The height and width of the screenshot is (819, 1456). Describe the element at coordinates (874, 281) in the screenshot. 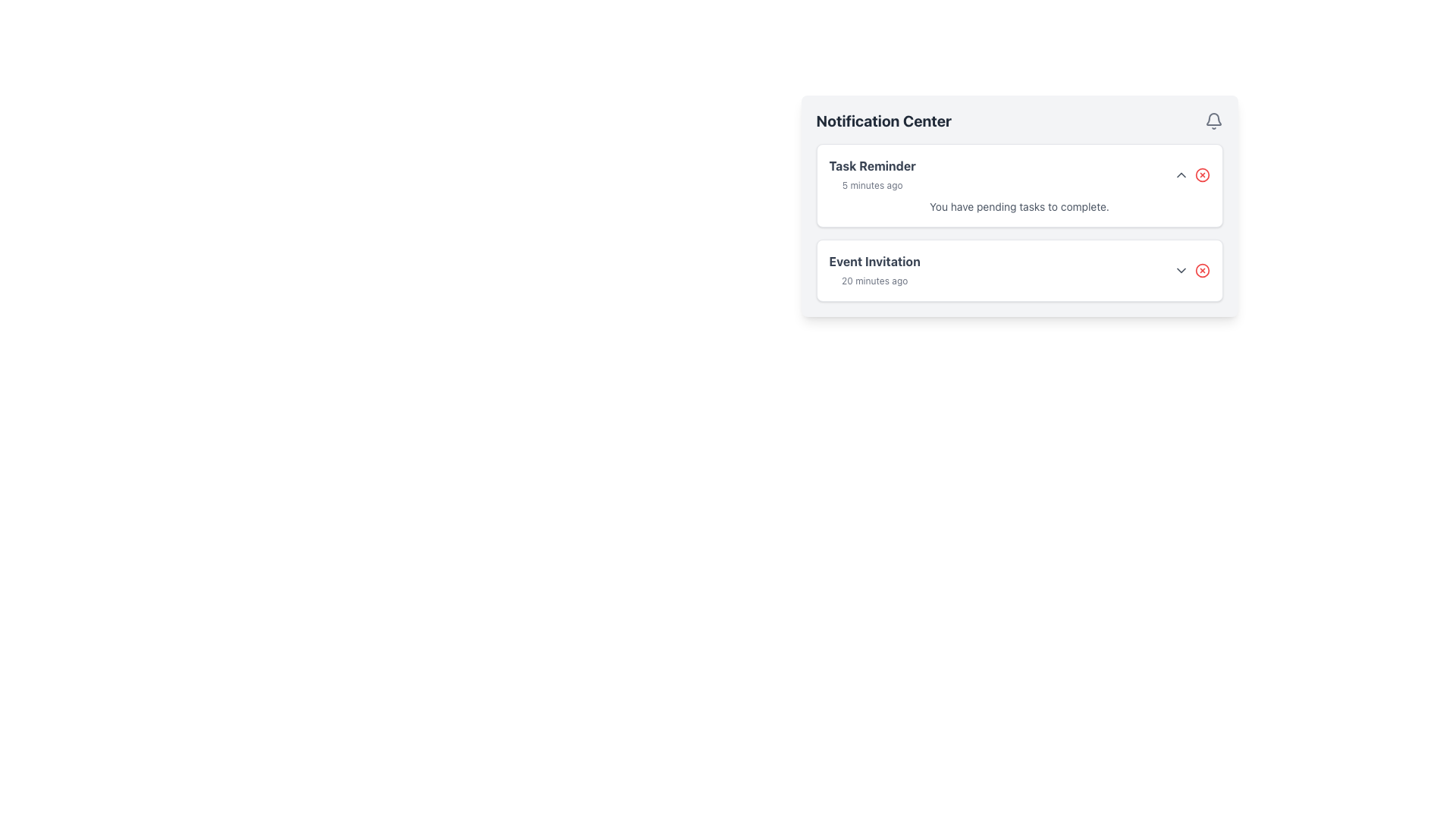

I see `the Text Label indicating the time elapsed since an event occurred, located in the Notification Center under the Event Invitation section` at that location.